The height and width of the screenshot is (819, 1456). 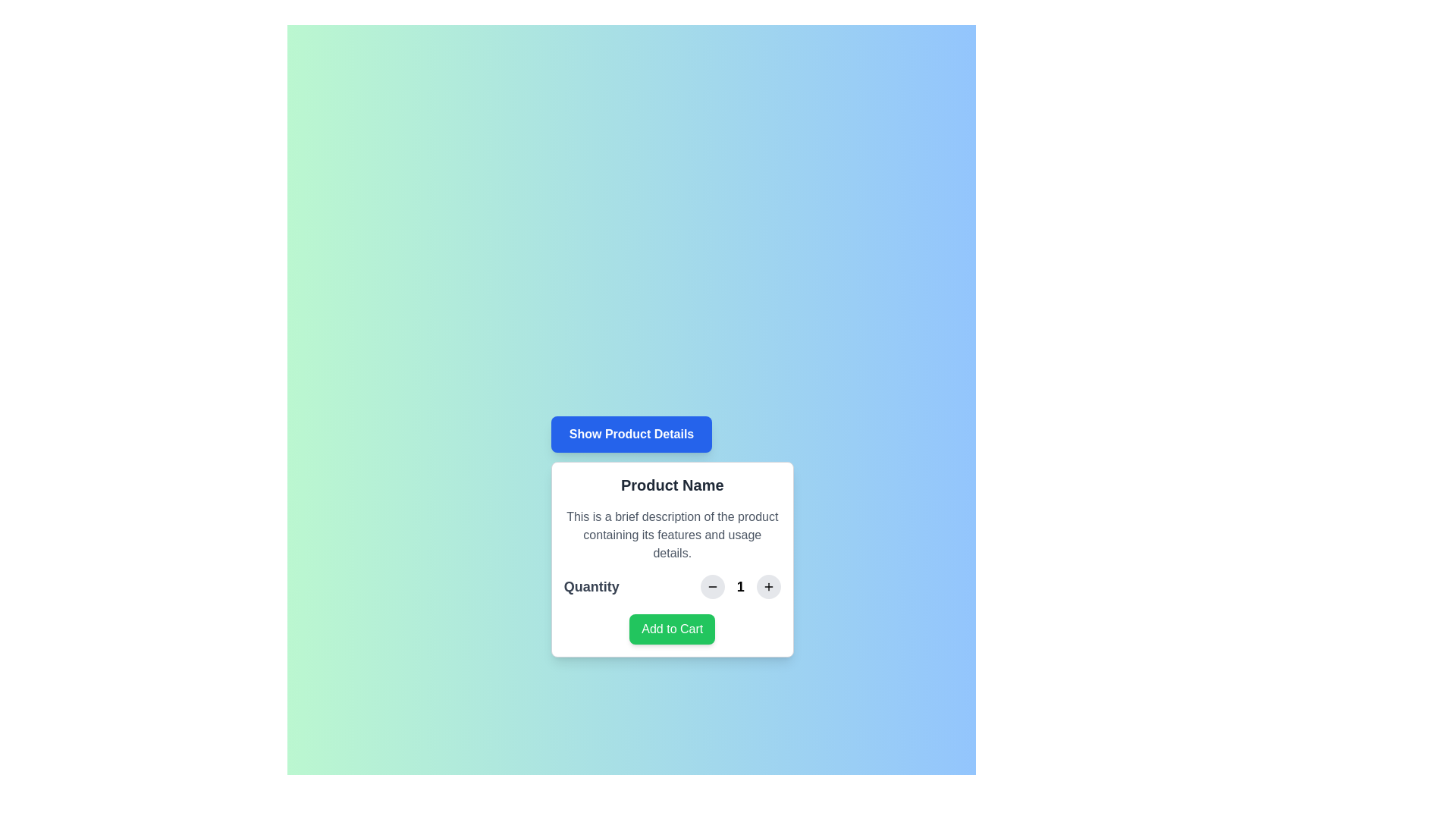 I want to click on the increment button located to the right of the numeral '1' in the product quantity management controls, allowing for keyboard interaction, so click(x=768, y=586).